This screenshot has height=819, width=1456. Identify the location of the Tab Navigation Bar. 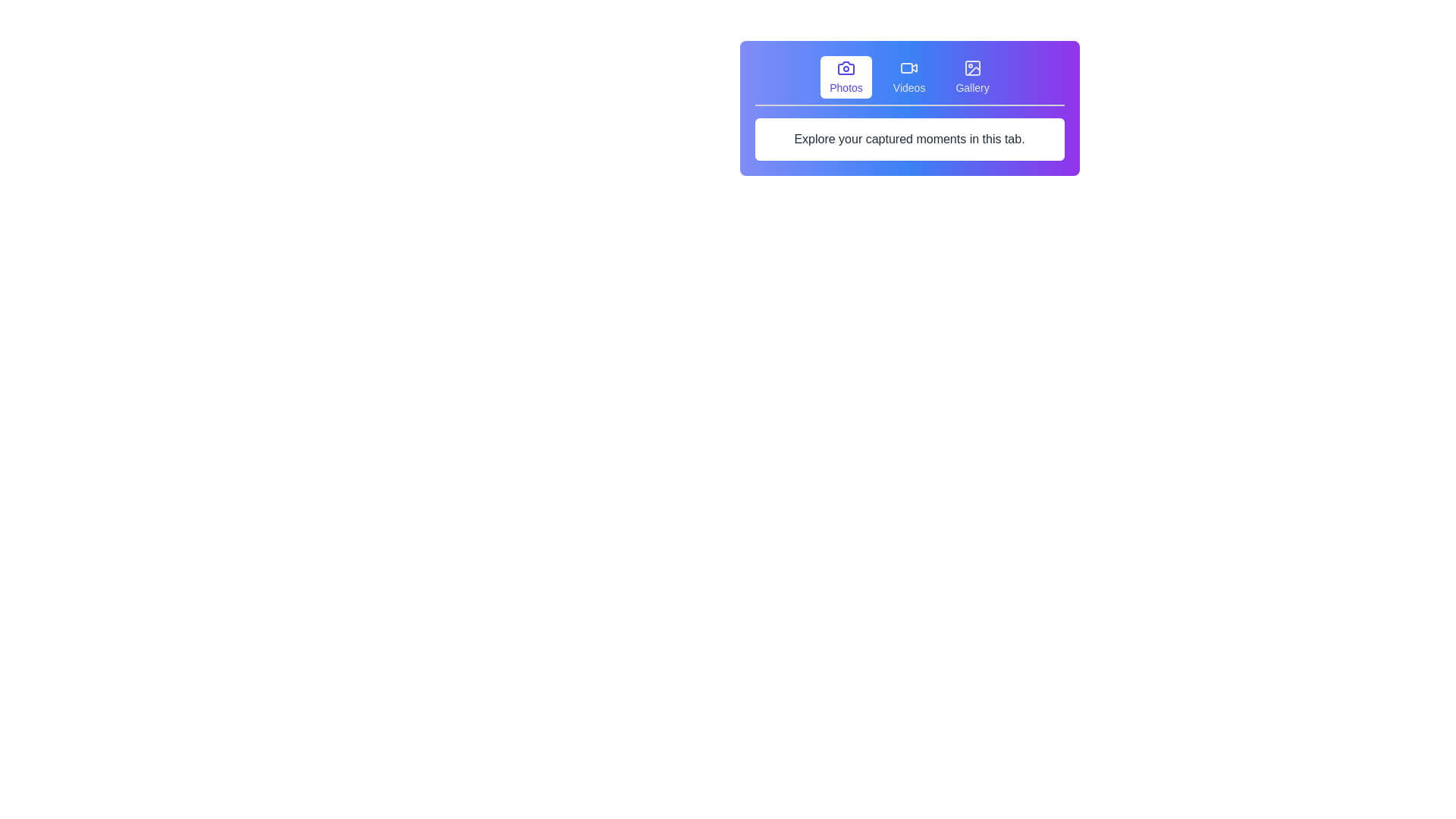
(909, 81).